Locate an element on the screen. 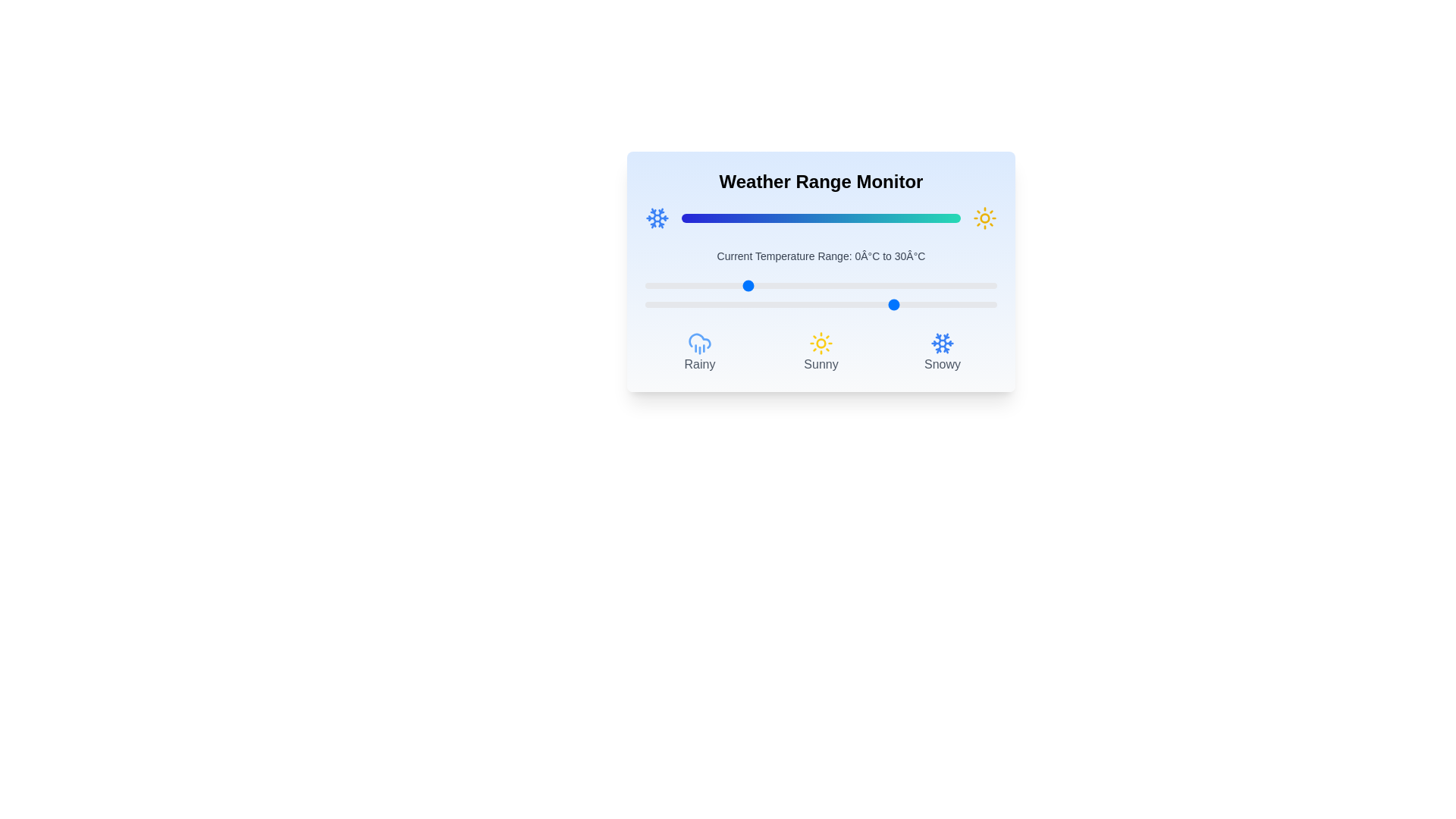  the 'Sunny' weather indicator, which is centrally positioned within the weather panel and visually represents sunny weather conditions is located at coordinates (821, 353).